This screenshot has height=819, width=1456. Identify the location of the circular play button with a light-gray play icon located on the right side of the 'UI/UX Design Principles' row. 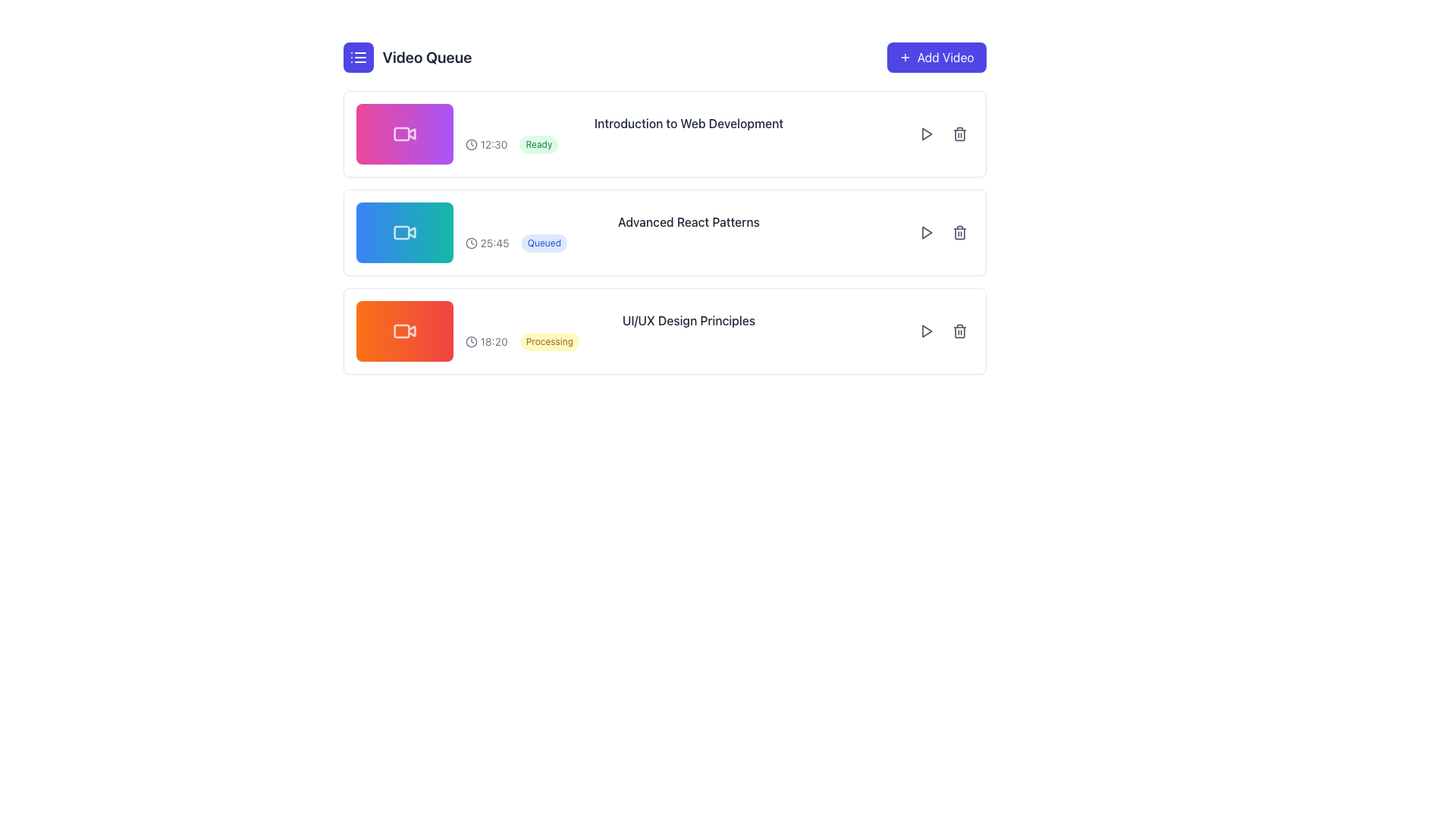
(925, 330).